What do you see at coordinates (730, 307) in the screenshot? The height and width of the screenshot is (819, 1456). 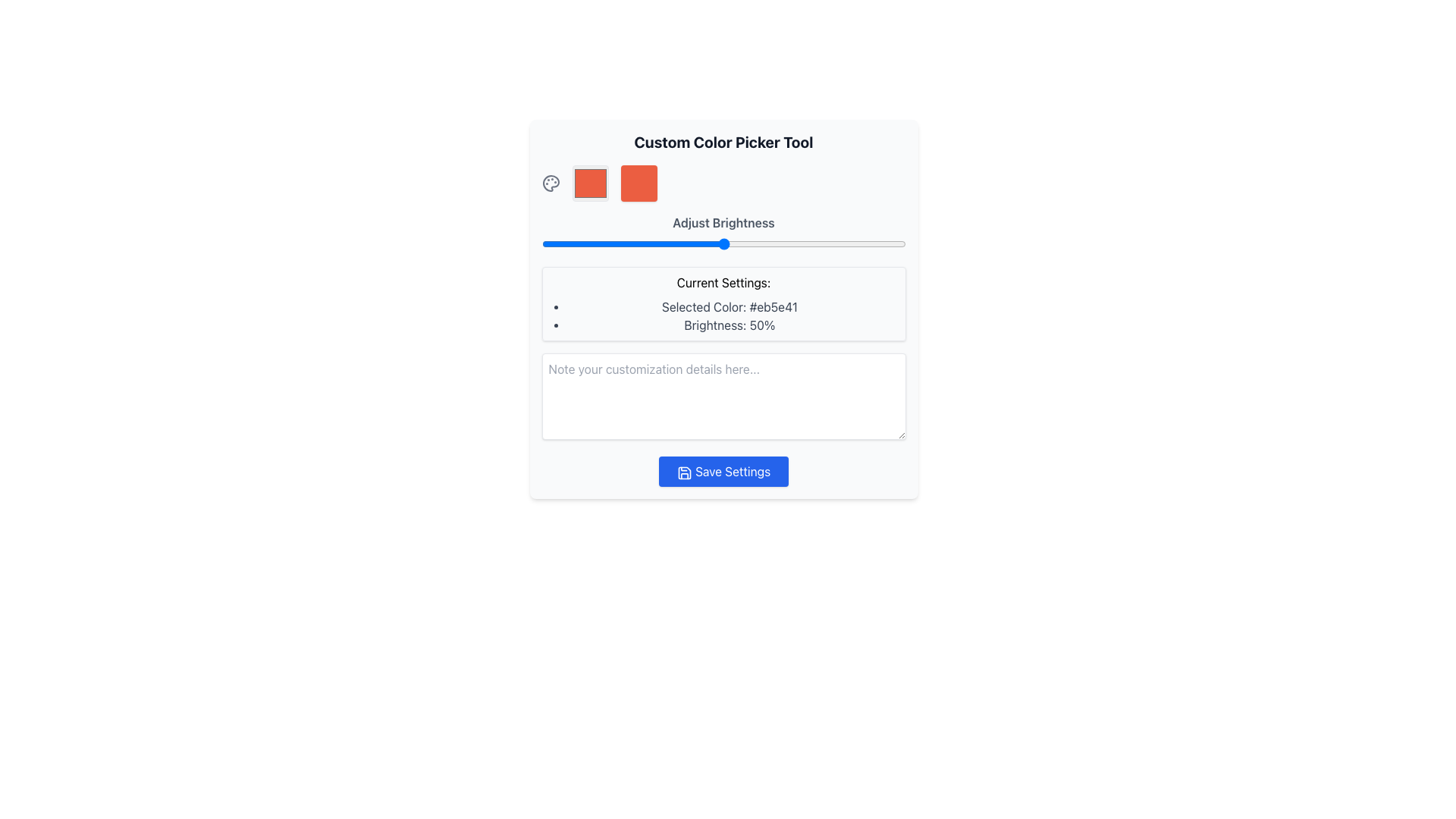 I see `the text label displaying 'Selected Color: #eb5e41' in the 'Current Settings' section` at bounding box center [730, 307].